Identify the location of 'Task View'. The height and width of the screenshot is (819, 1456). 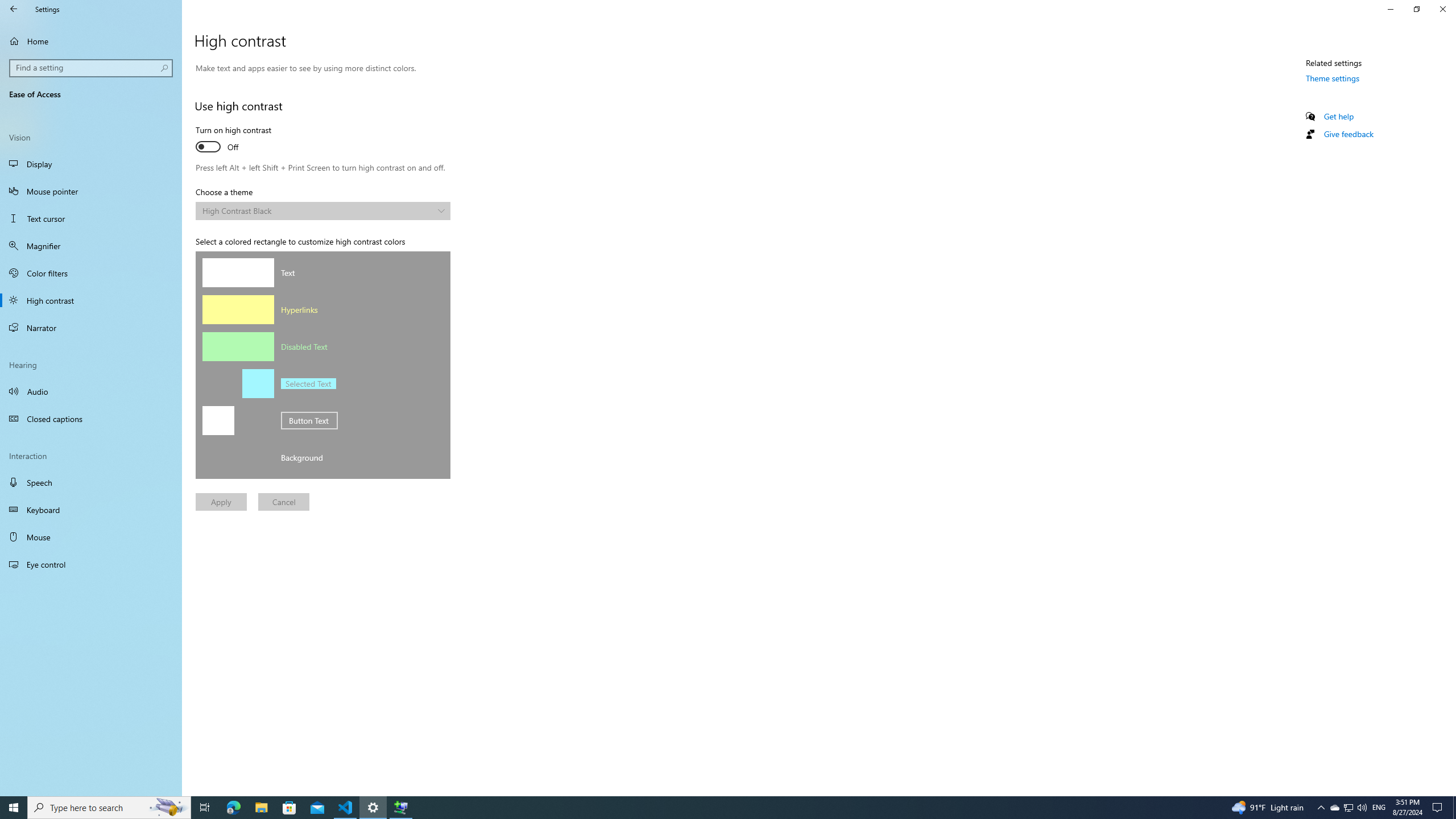
(204, 806).